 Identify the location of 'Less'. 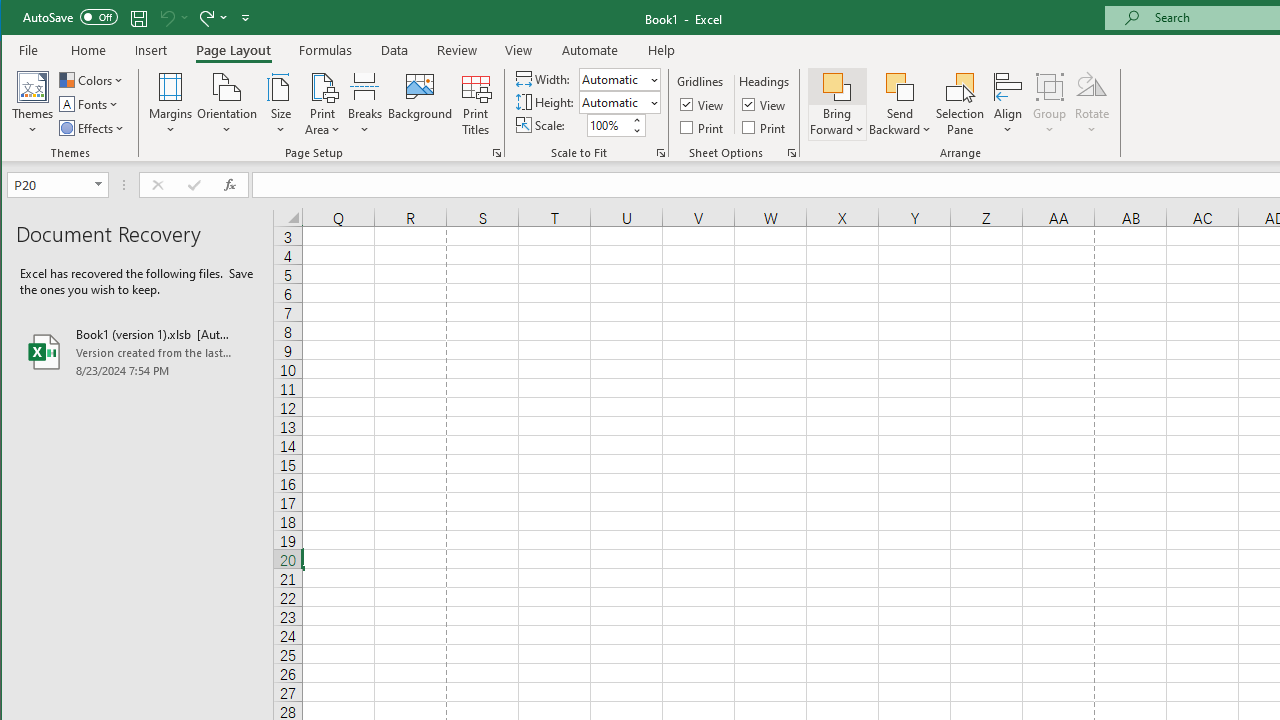
(635, 130).